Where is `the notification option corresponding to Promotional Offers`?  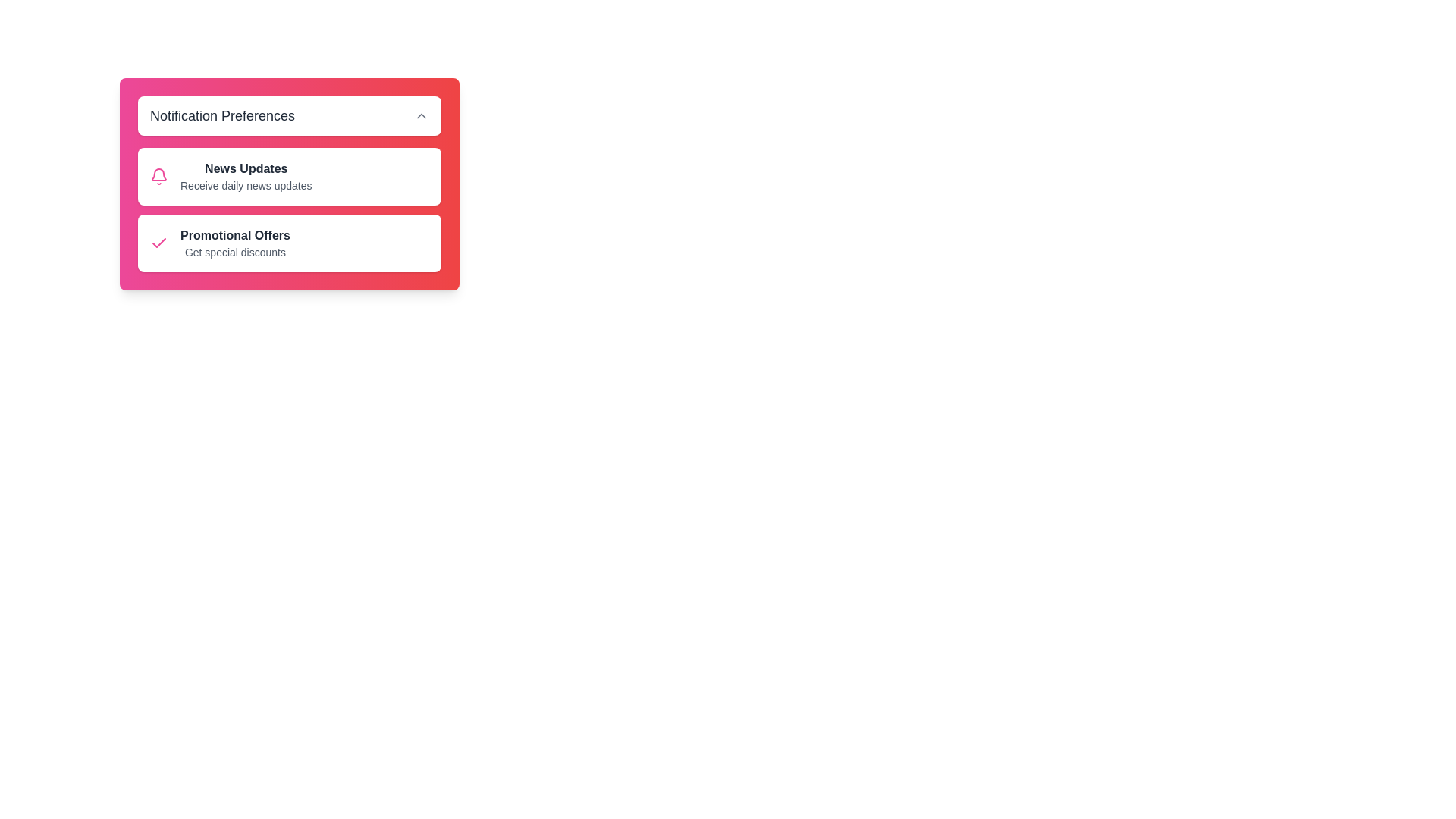
the notification option corresponding to Promotional Offers is located at coordinates (159, 242).